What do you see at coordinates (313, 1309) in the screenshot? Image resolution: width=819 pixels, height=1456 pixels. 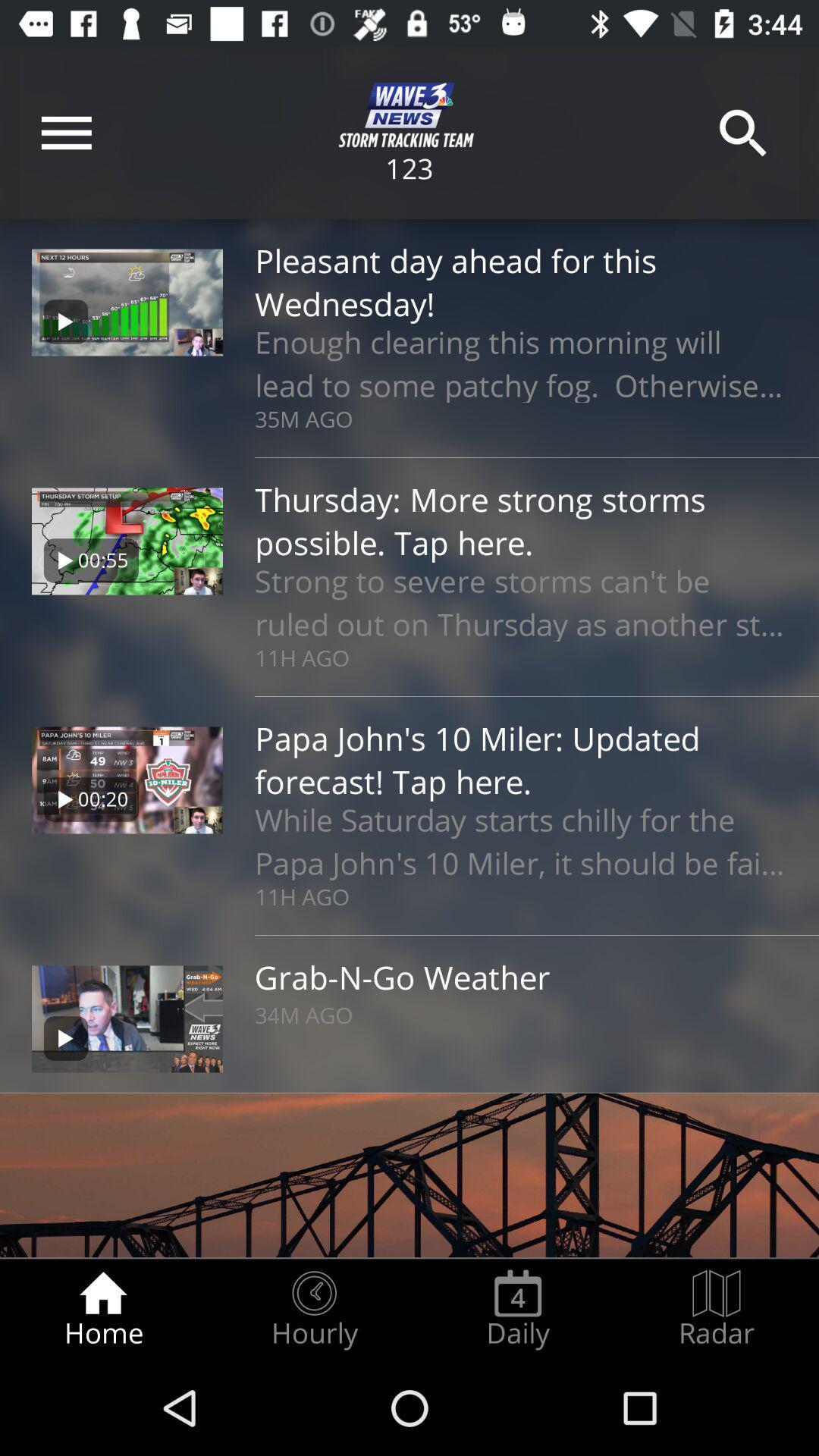 I see `radio button next to daily` at bounding box center [313, 1309].